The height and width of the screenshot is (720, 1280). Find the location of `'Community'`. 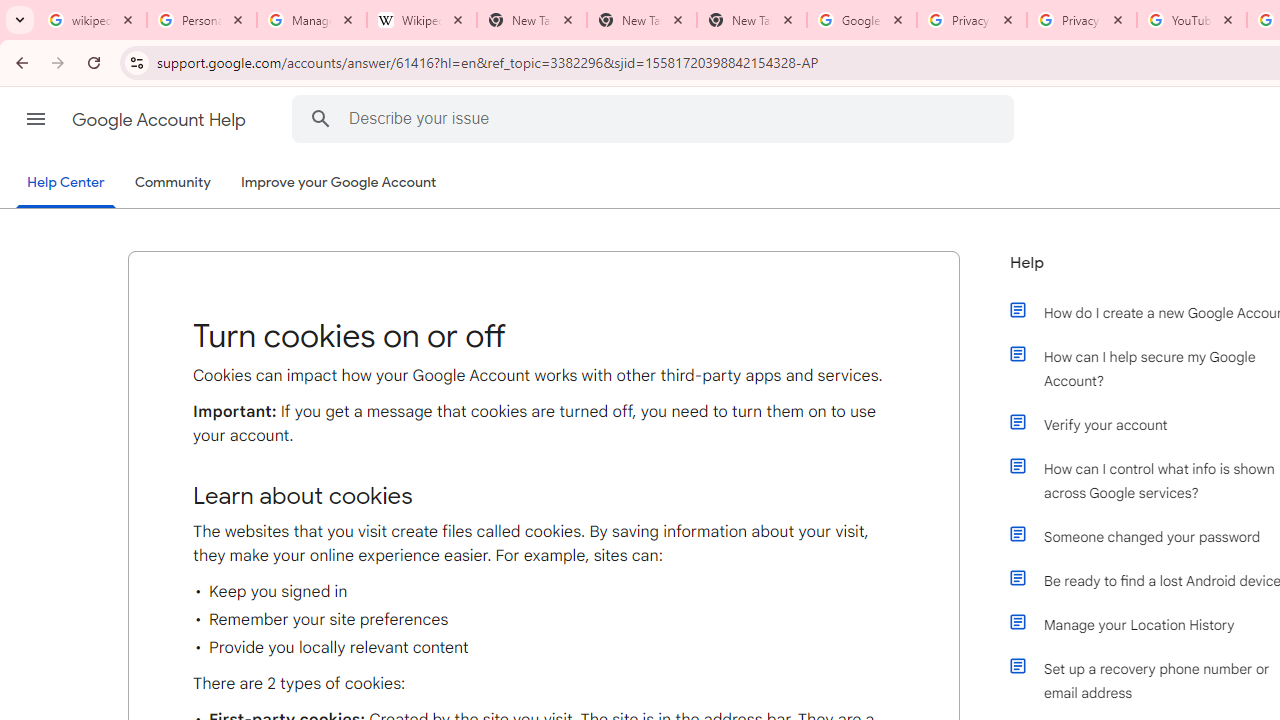

'Community' is located at coordinates (172, 183).